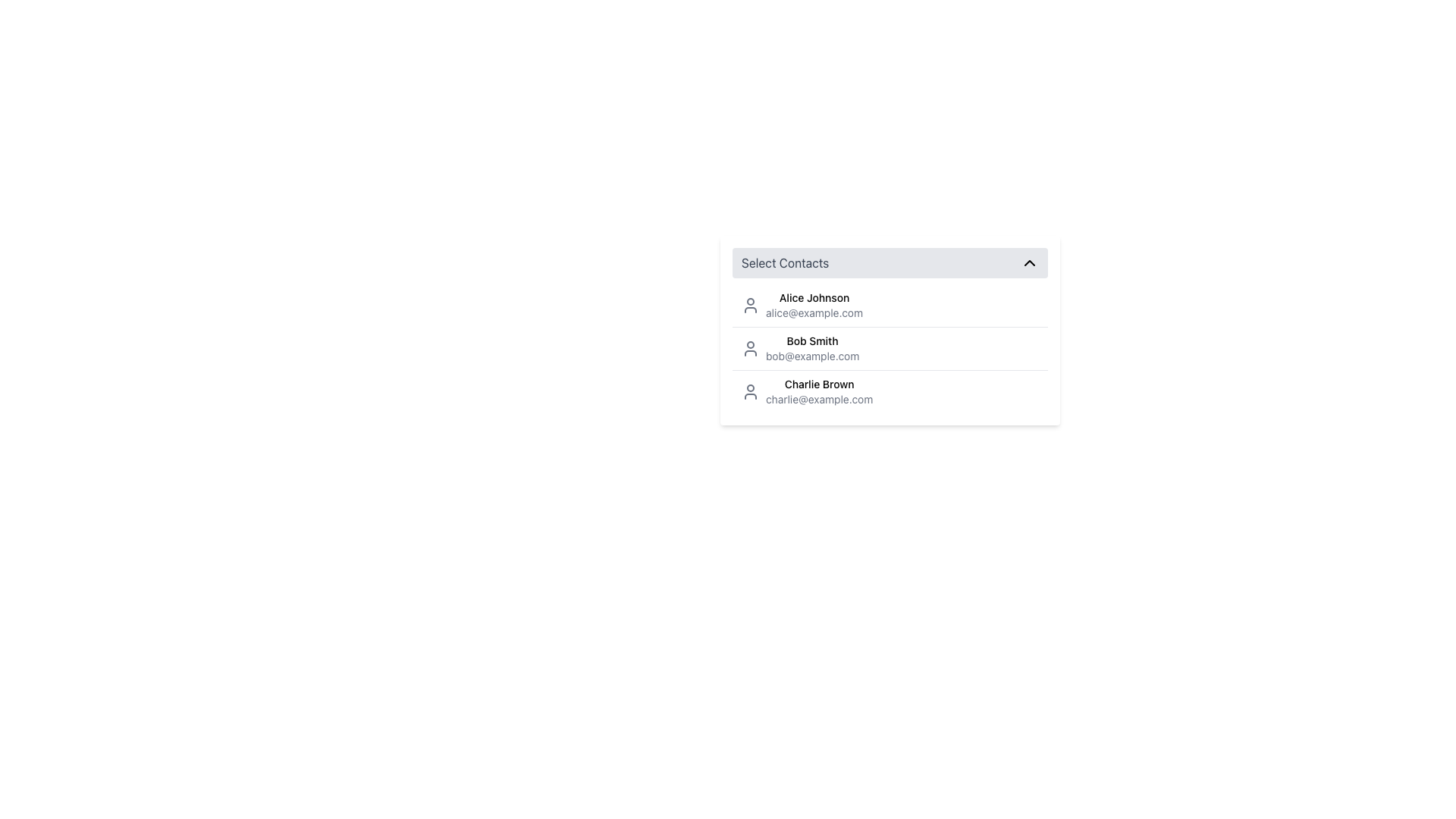  I want to click on the second list item displaying contact information for 'Bob Smith', so click(890, 348).